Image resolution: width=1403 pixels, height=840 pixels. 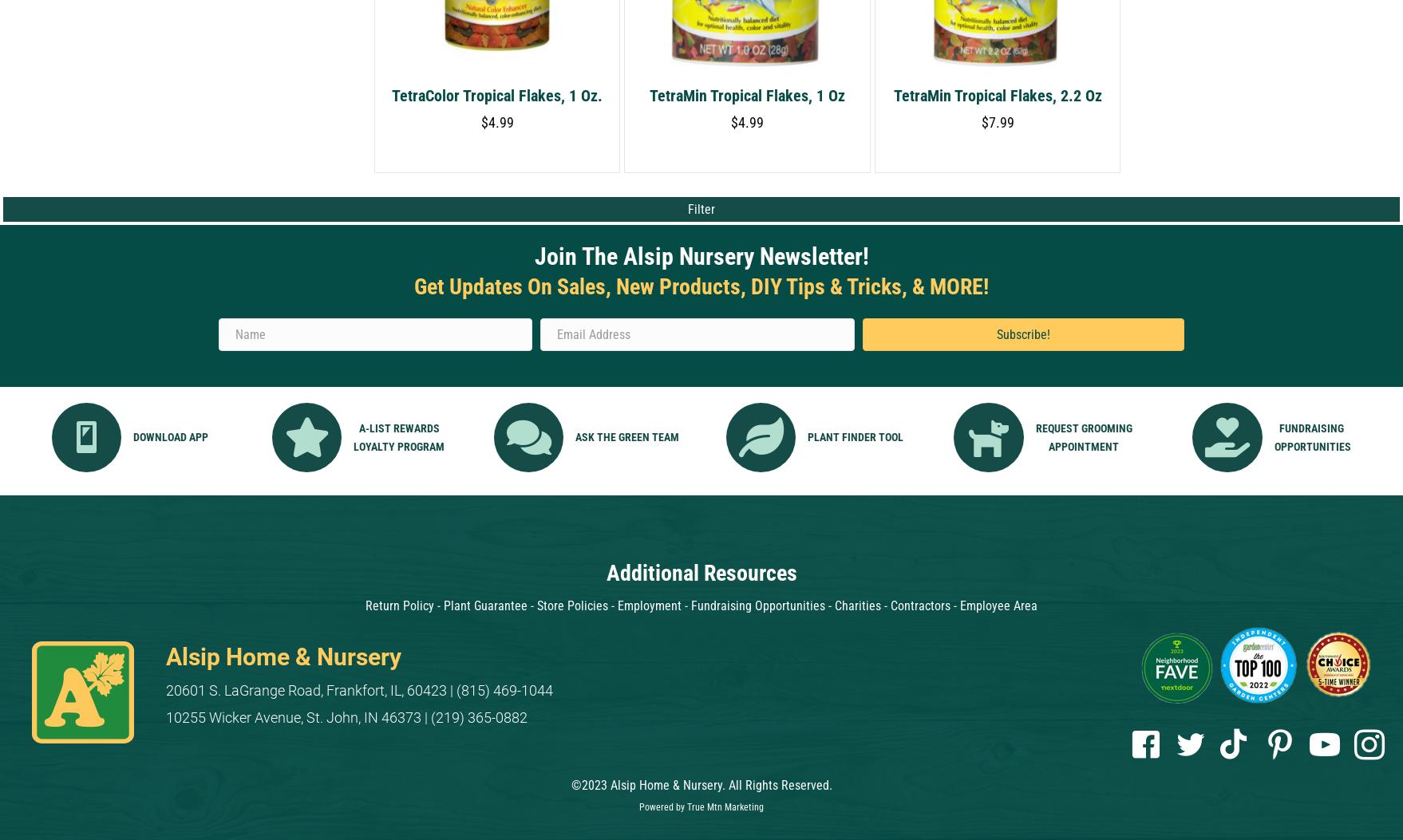 I want to click on 'Employment', so click(x=648, y=605).